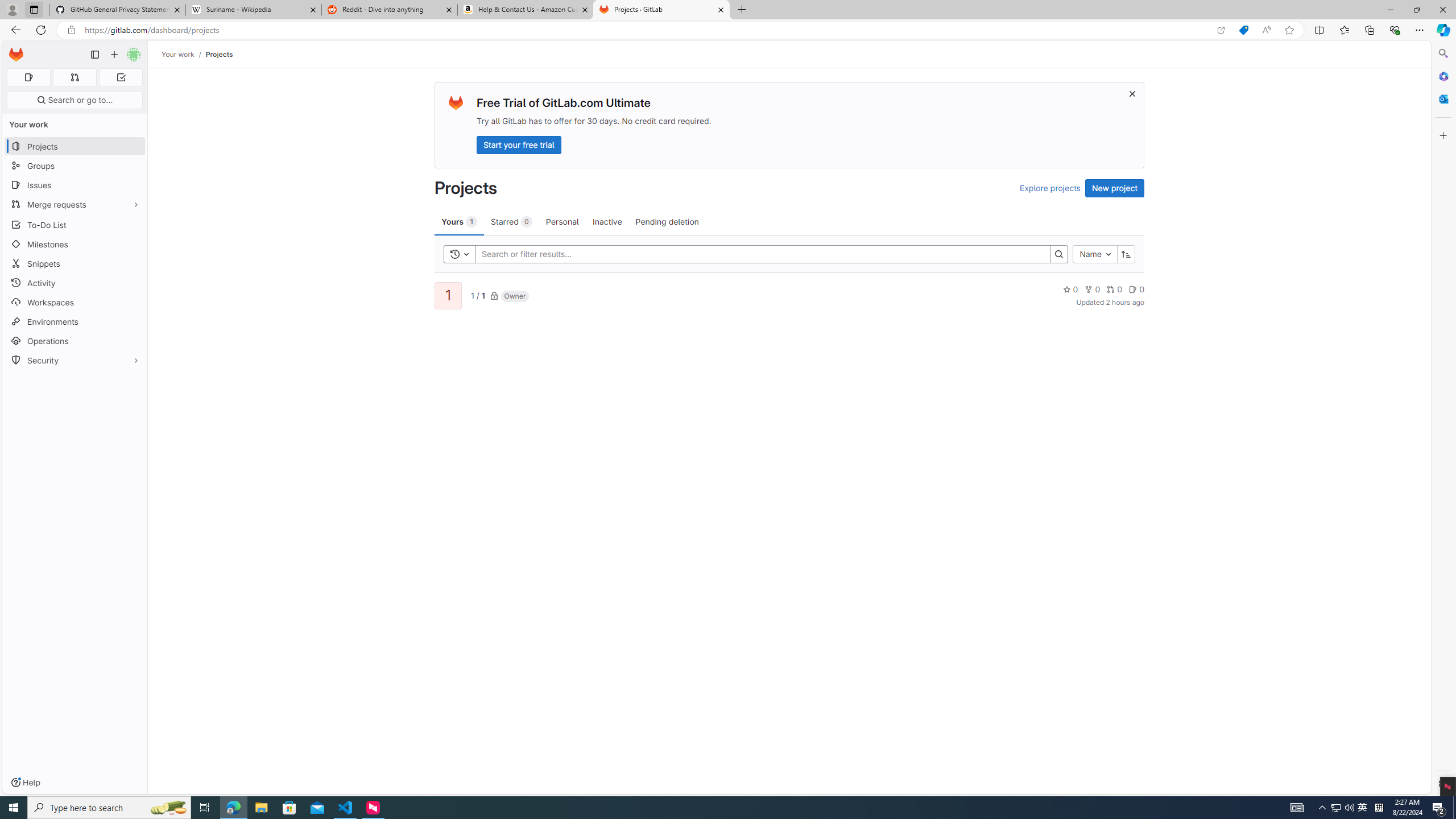 The width and height of the screenshot is (1456, 819). I want to click on 'Start your free trial', so click(519, 144).